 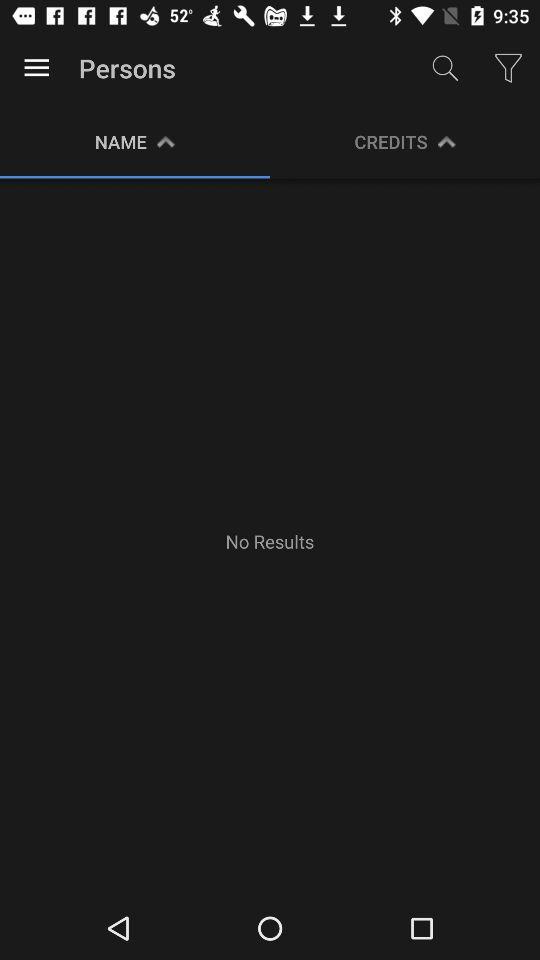 What do you see at coordinates (445, 68) in the screenshot?
I see `the icon next to the persons app` at bounding box center [445, 68].